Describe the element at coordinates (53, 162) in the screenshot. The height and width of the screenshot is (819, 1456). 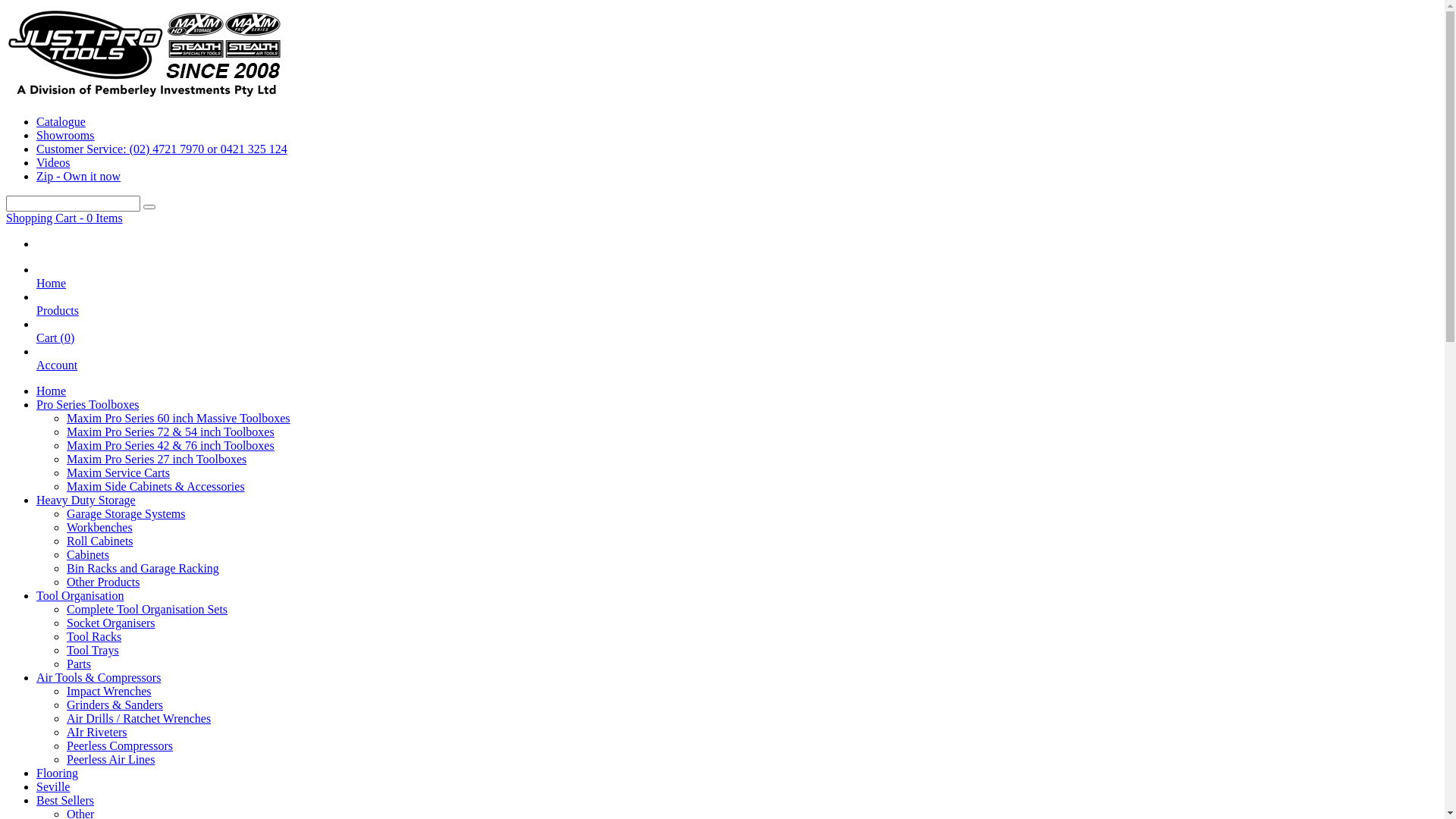
I see `'Videos'` at that location.